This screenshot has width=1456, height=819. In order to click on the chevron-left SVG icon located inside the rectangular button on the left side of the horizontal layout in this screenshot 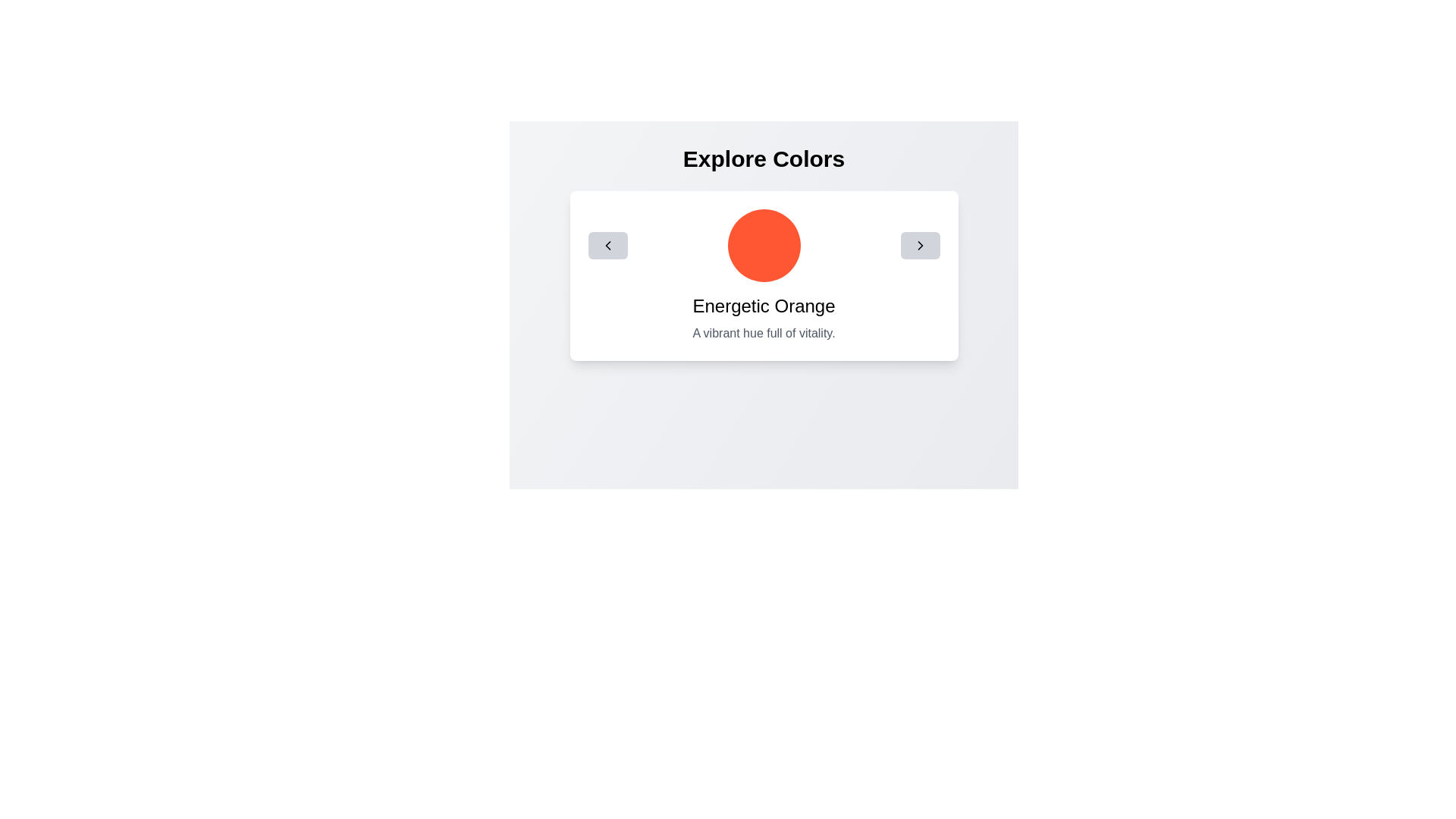, I will do `click(607, 245)`.